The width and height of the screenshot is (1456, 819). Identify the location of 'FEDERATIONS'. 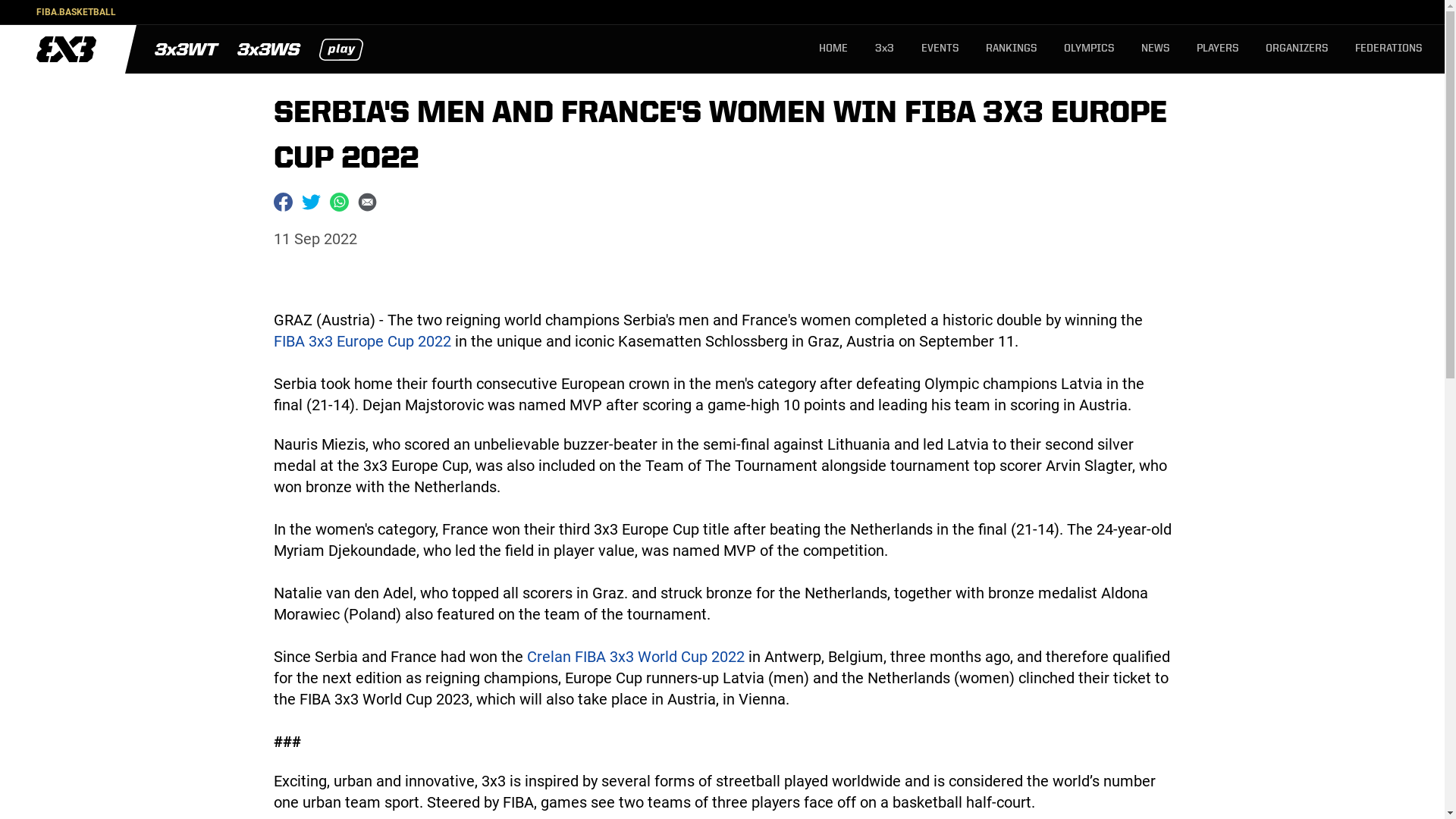
(1388, 48).